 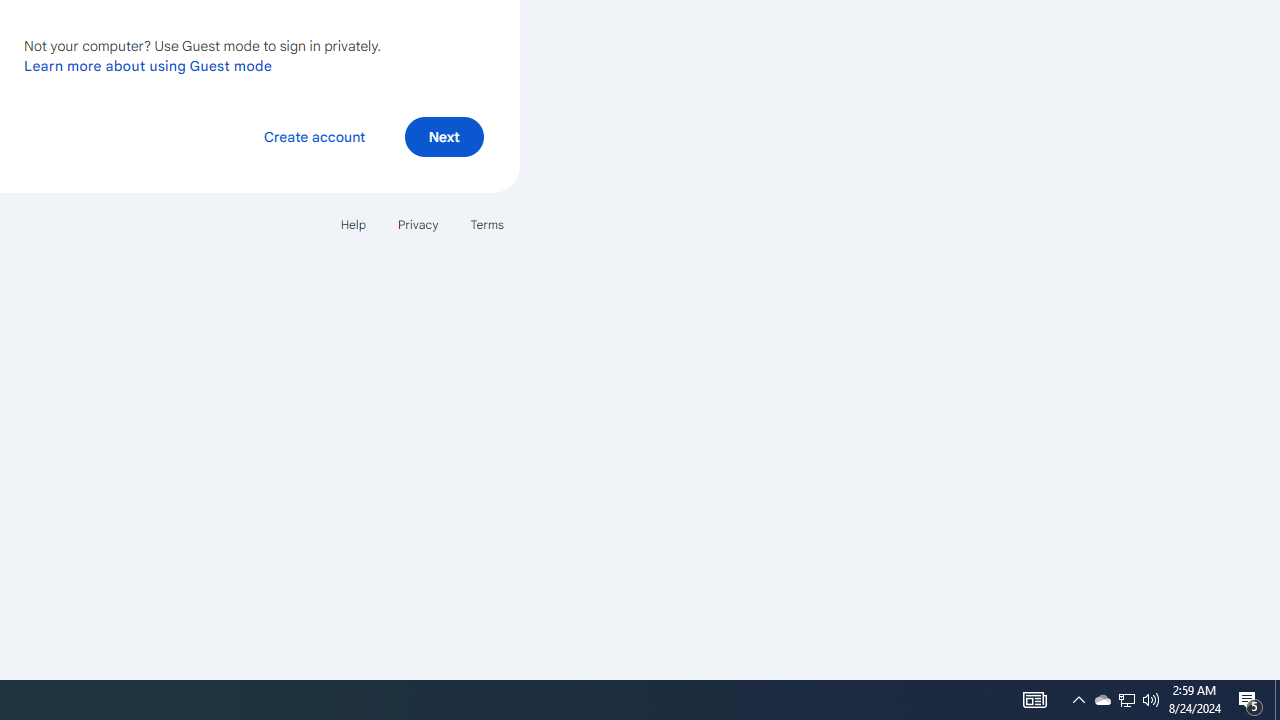 I want to click on 'Privacy', so click(x=416, y=224).